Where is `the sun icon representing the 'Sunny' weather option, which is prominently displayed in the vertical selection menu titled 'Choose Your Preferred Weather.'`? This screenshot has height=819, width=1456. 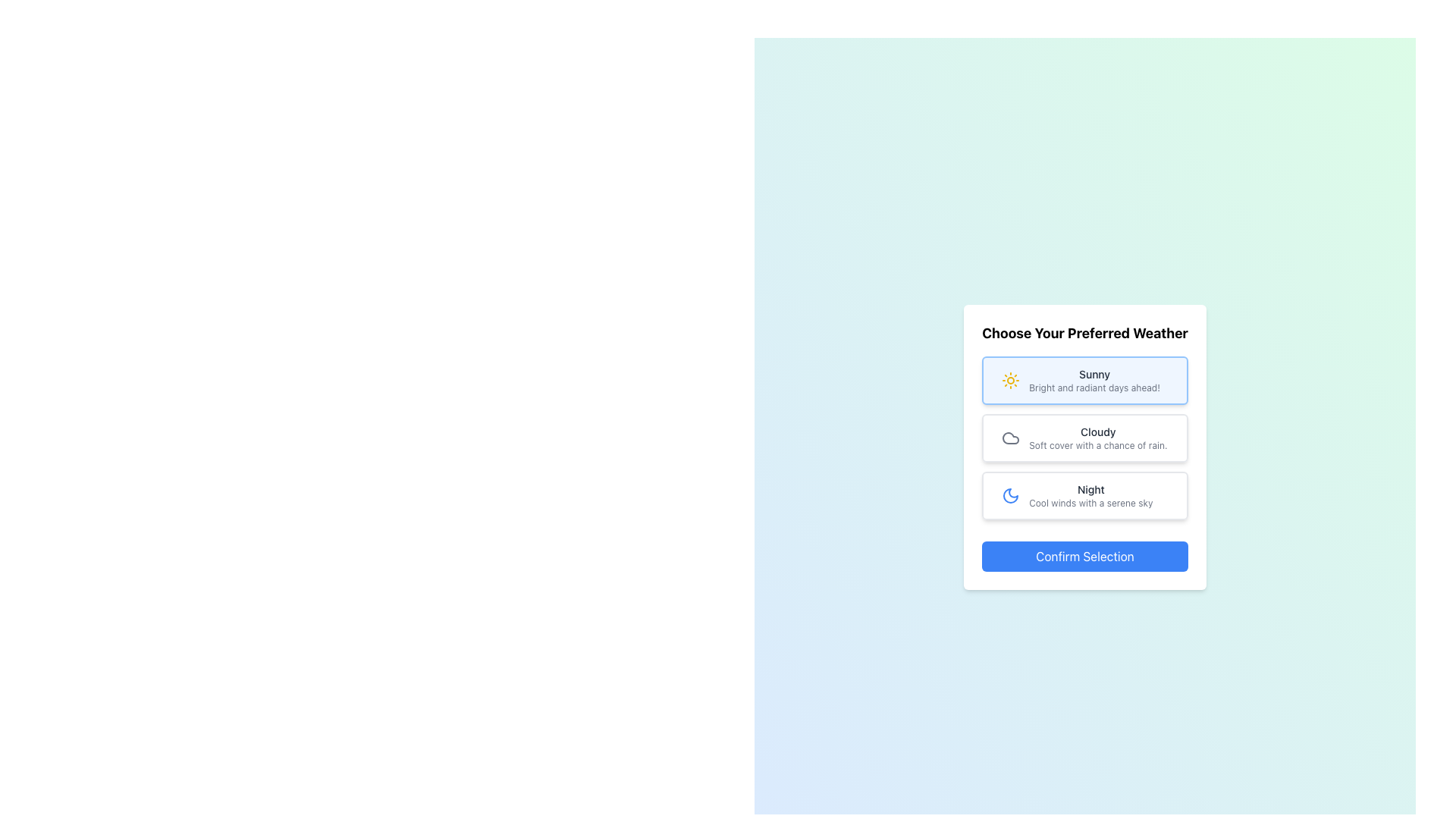 the sun icon representing the 'Sunny' weather option, which is prominently displayed in the vertical selection menu titled 'Choose Your Preferred Weather.' is located at coordinates (1011, 379).